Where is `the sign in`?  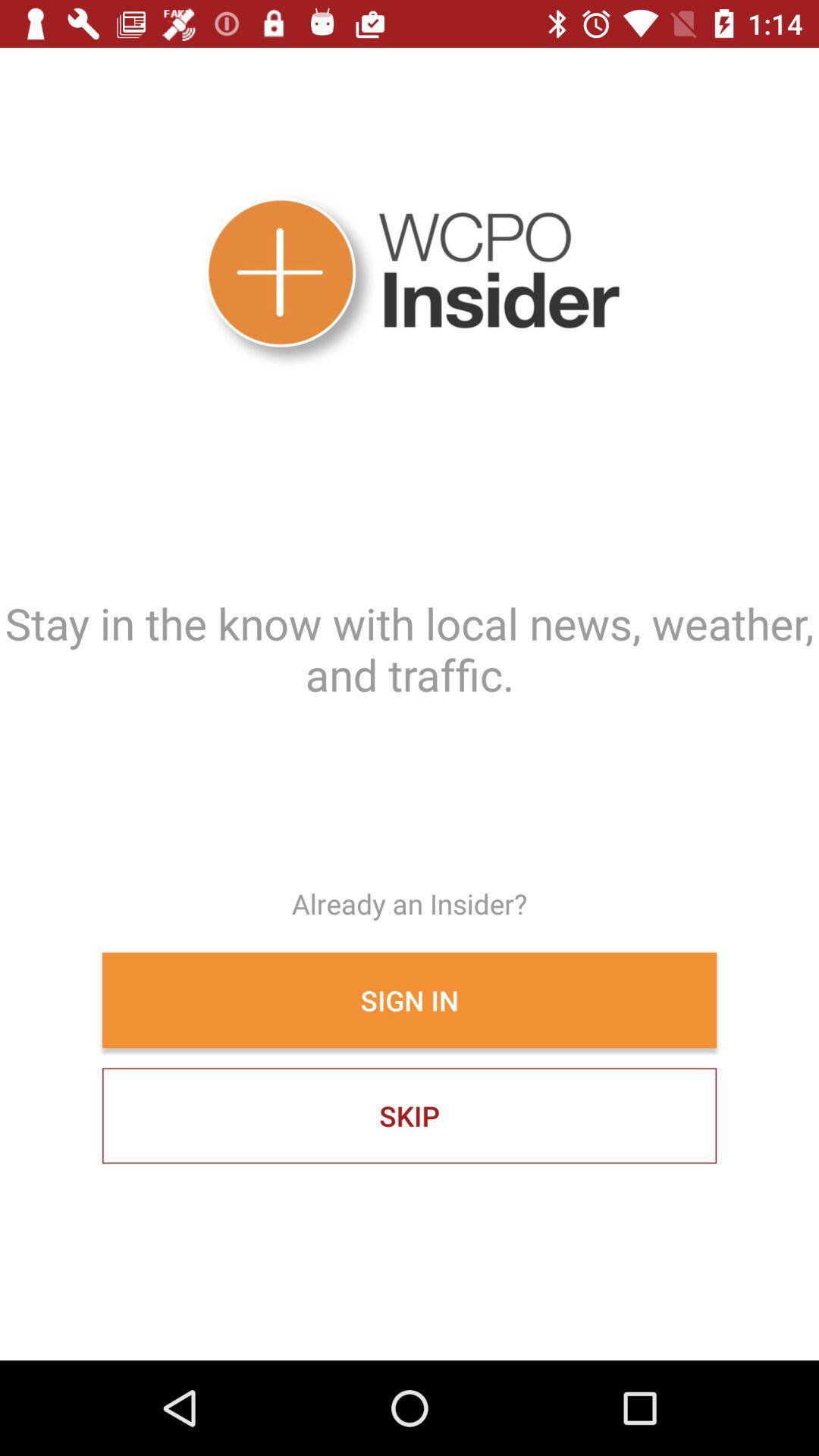
the sign in is located at coordinates (409, 1000).